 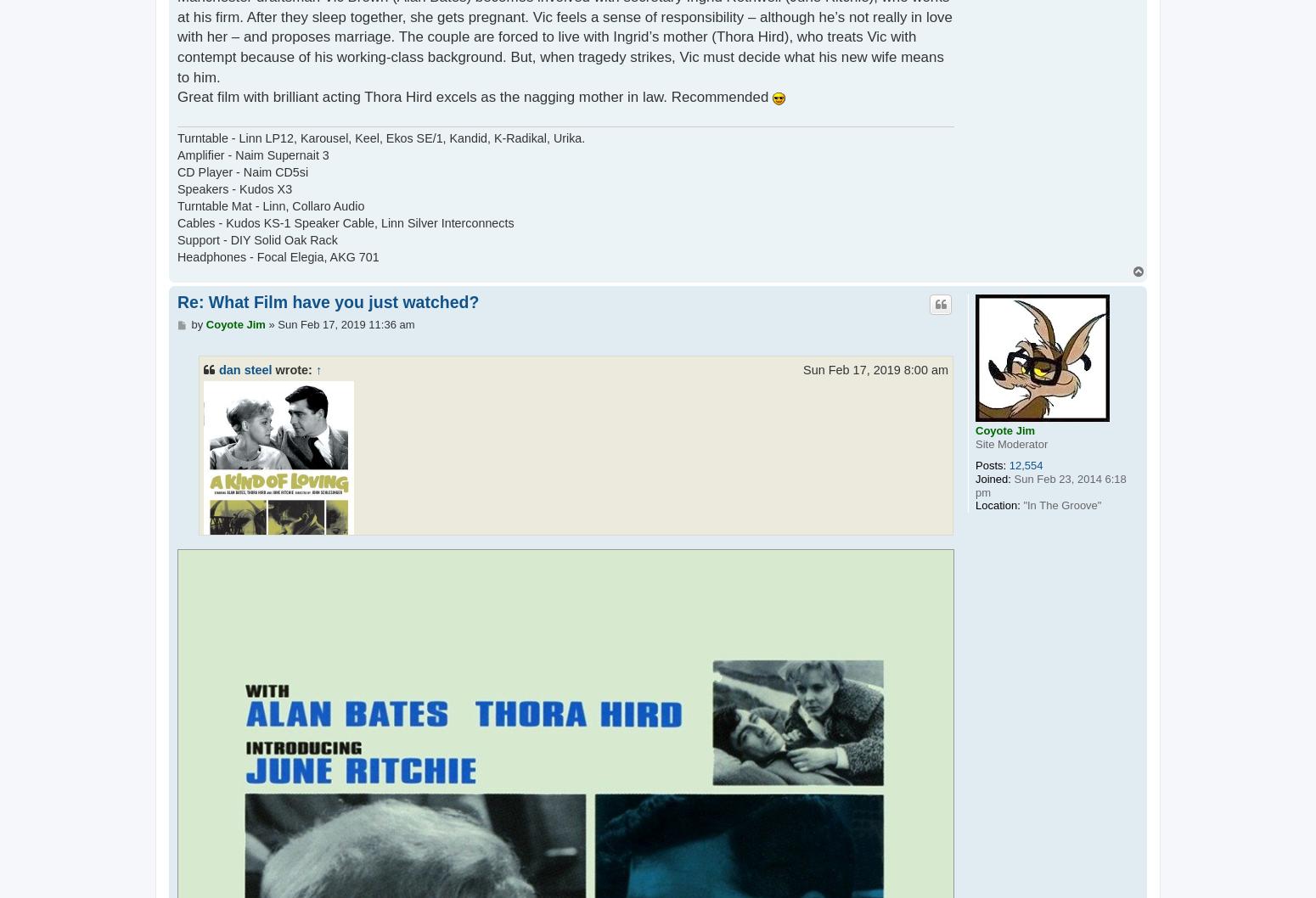 What do you see at coordinates (292, 369) in the screenshot?
I see `'wrote:'` at bounding box center [292, 369].